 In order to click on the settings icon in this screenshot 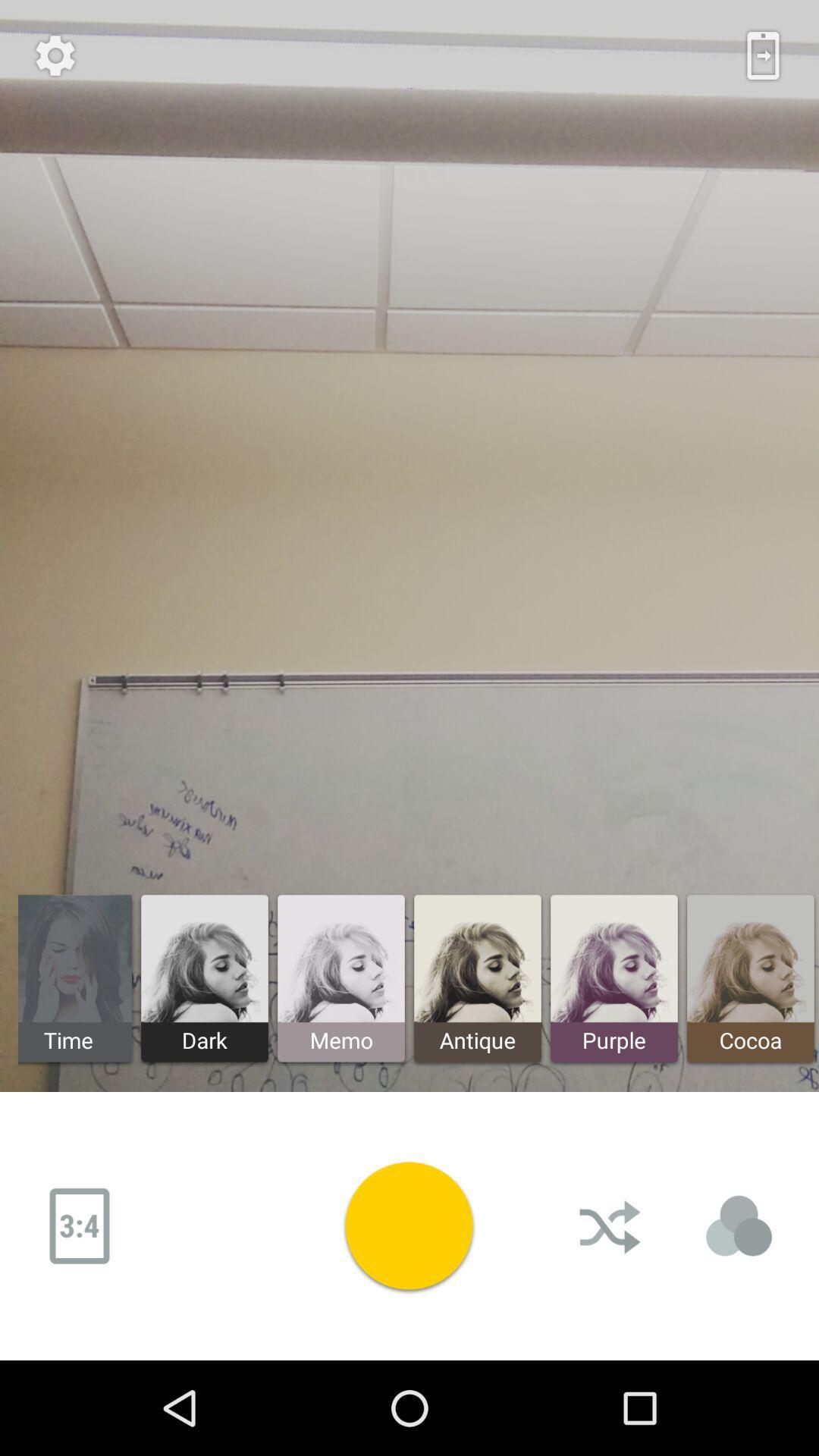, I will do `click(55, 55)`.